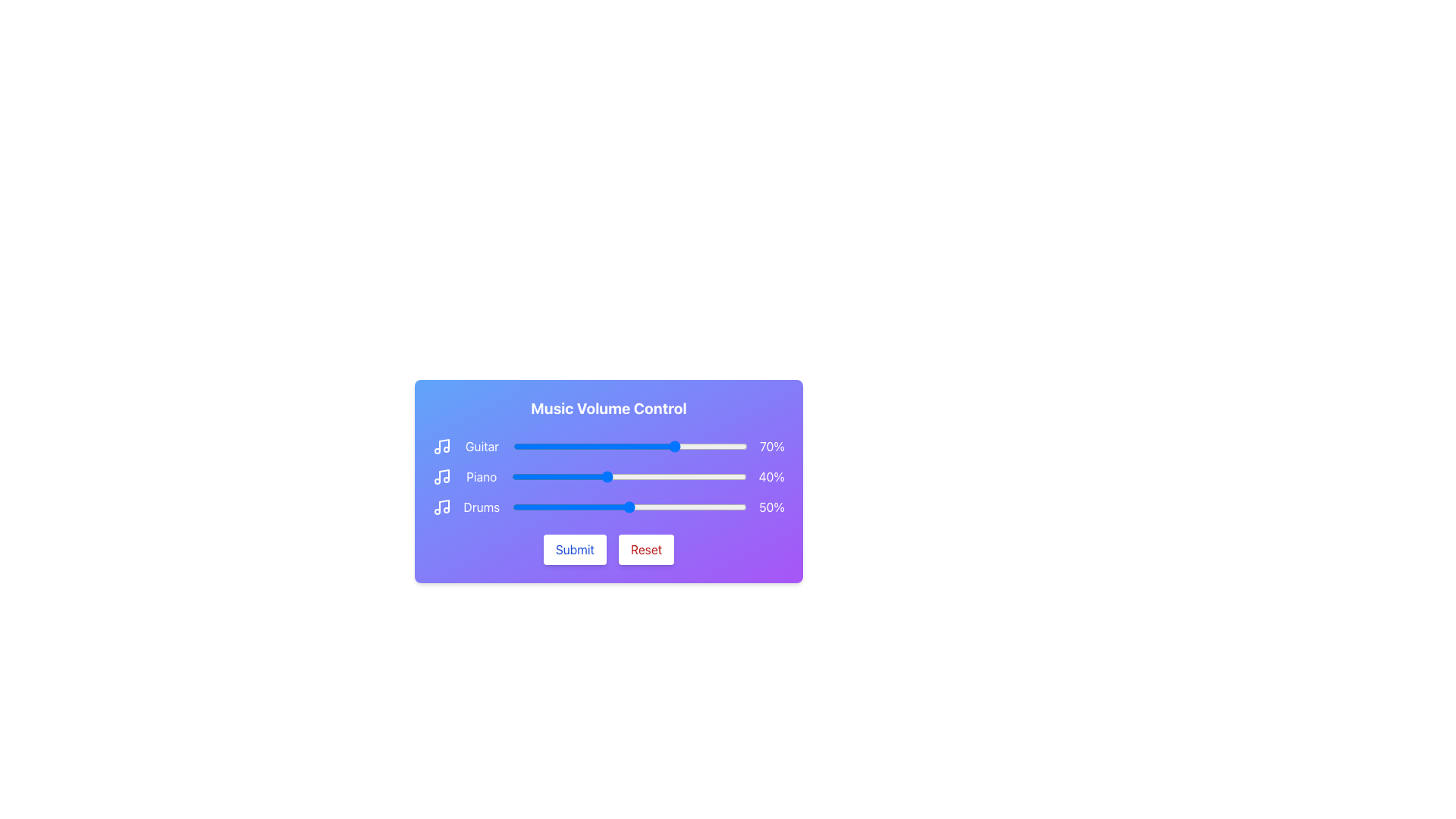  Describe the element at coordinates (733, 475) in the screenshot. I see `the Piano slider` at that location.